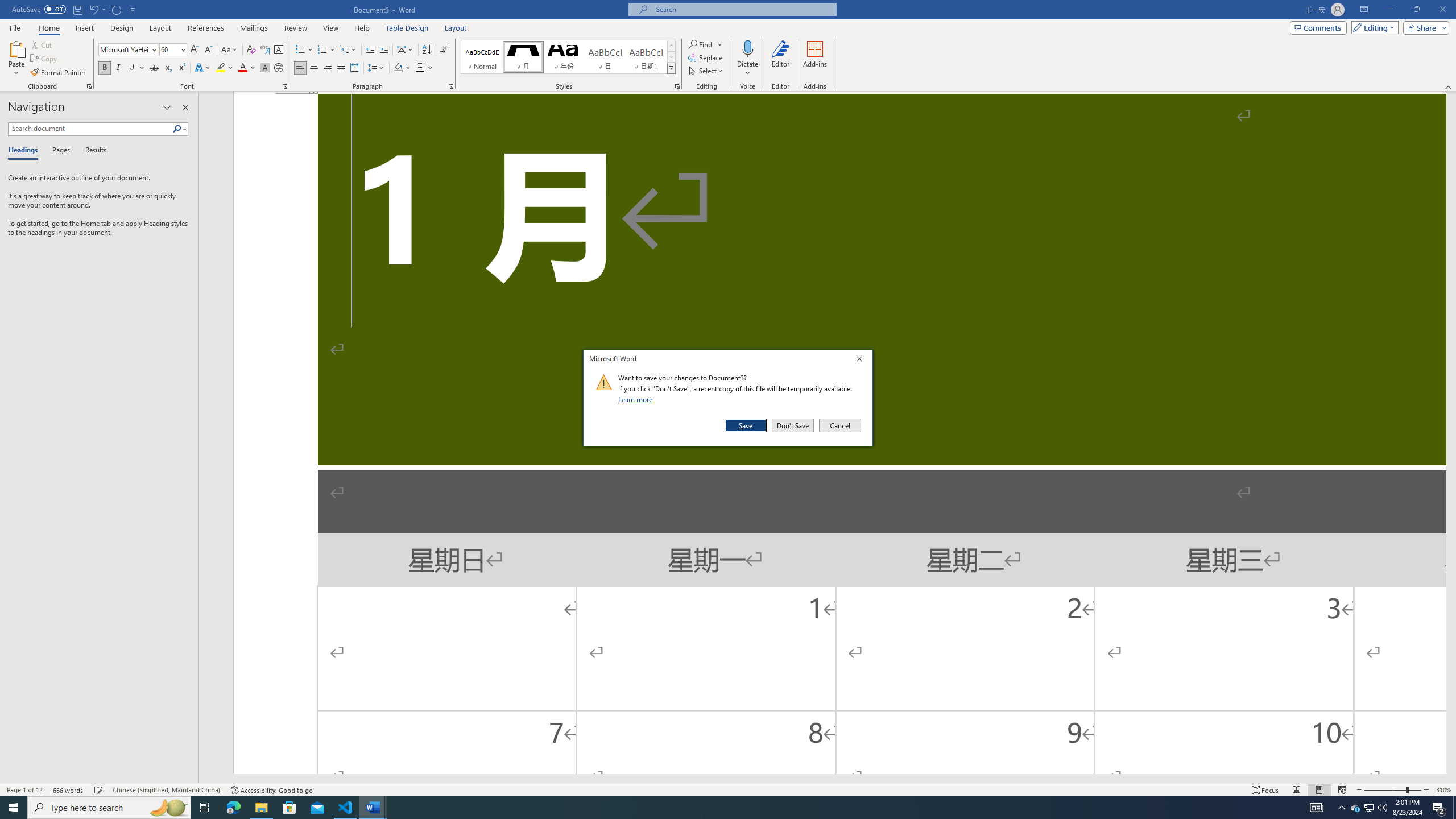  What do you see at coordinates (59, 150) in the screenshot?
I see `'Pages'` at bounding box center [59, 150].